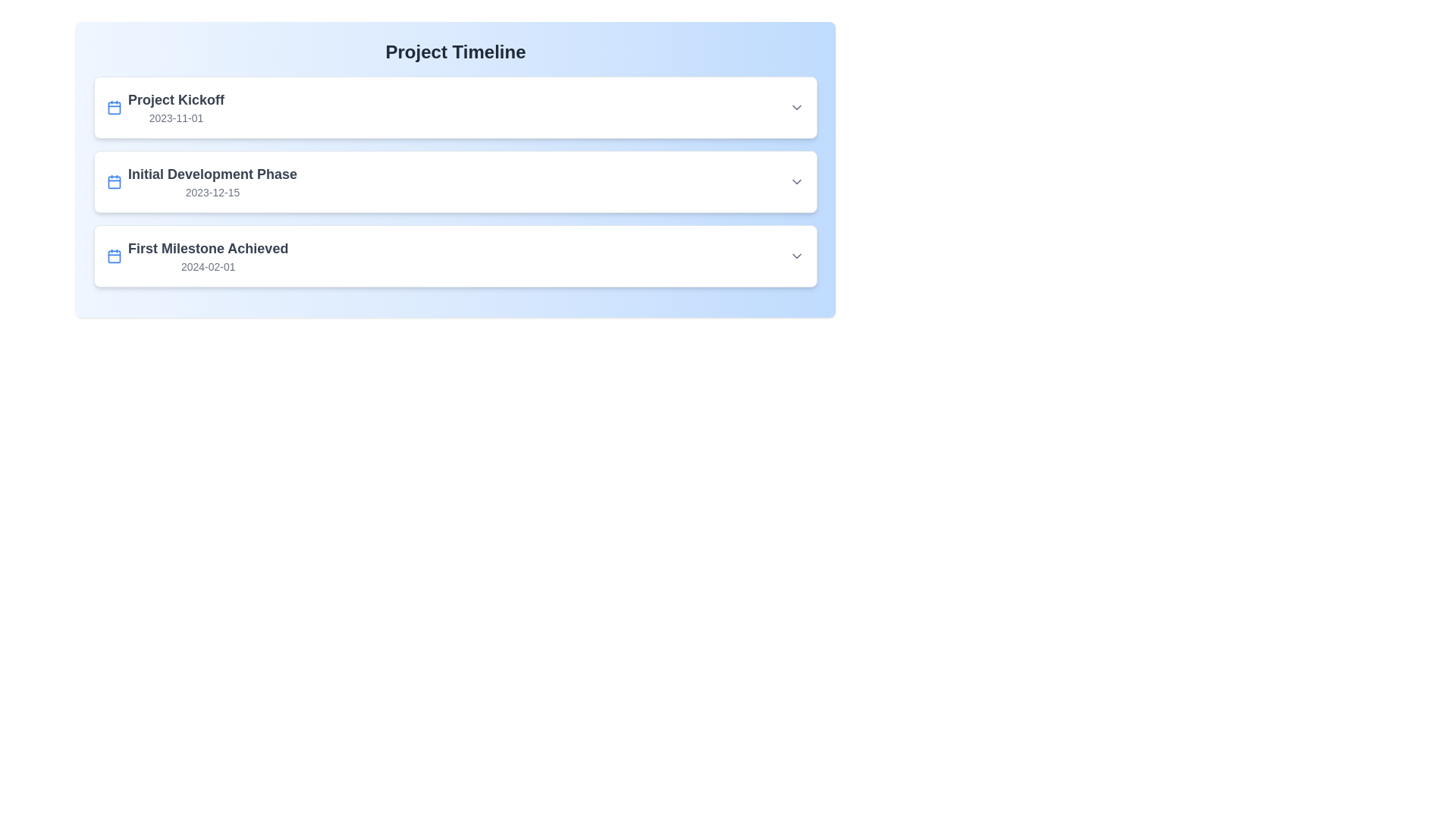 This screenshot has height=819, width=1456. Describe the element at coordinates (113, 180) in the screenshot. I see `the decorative graphical element that is part of the calendar icon, located before the text 'Initial Development Phase' in the second row of the list` at that location.